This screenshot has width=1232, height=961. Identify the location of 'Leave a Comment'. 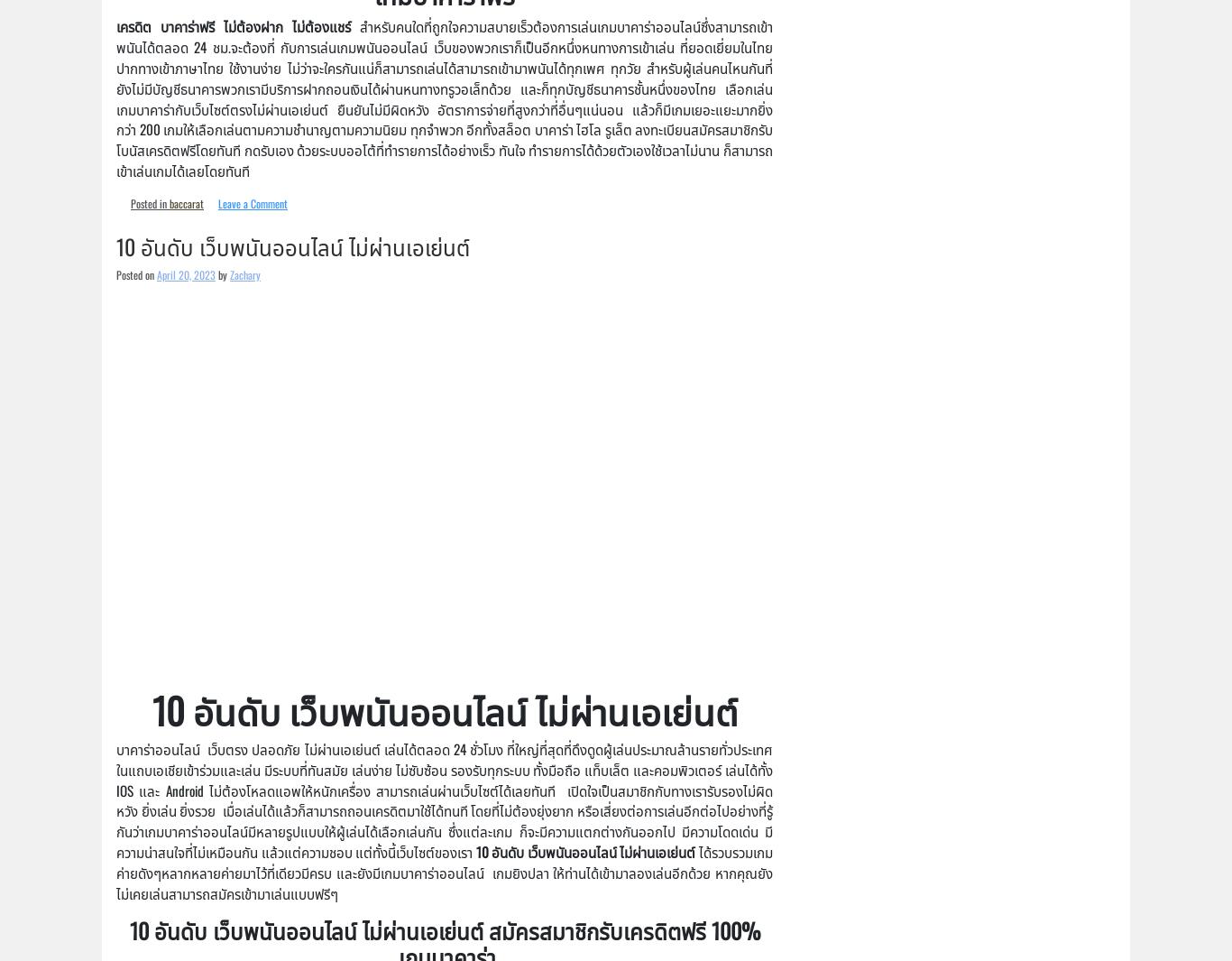
(253, 201).